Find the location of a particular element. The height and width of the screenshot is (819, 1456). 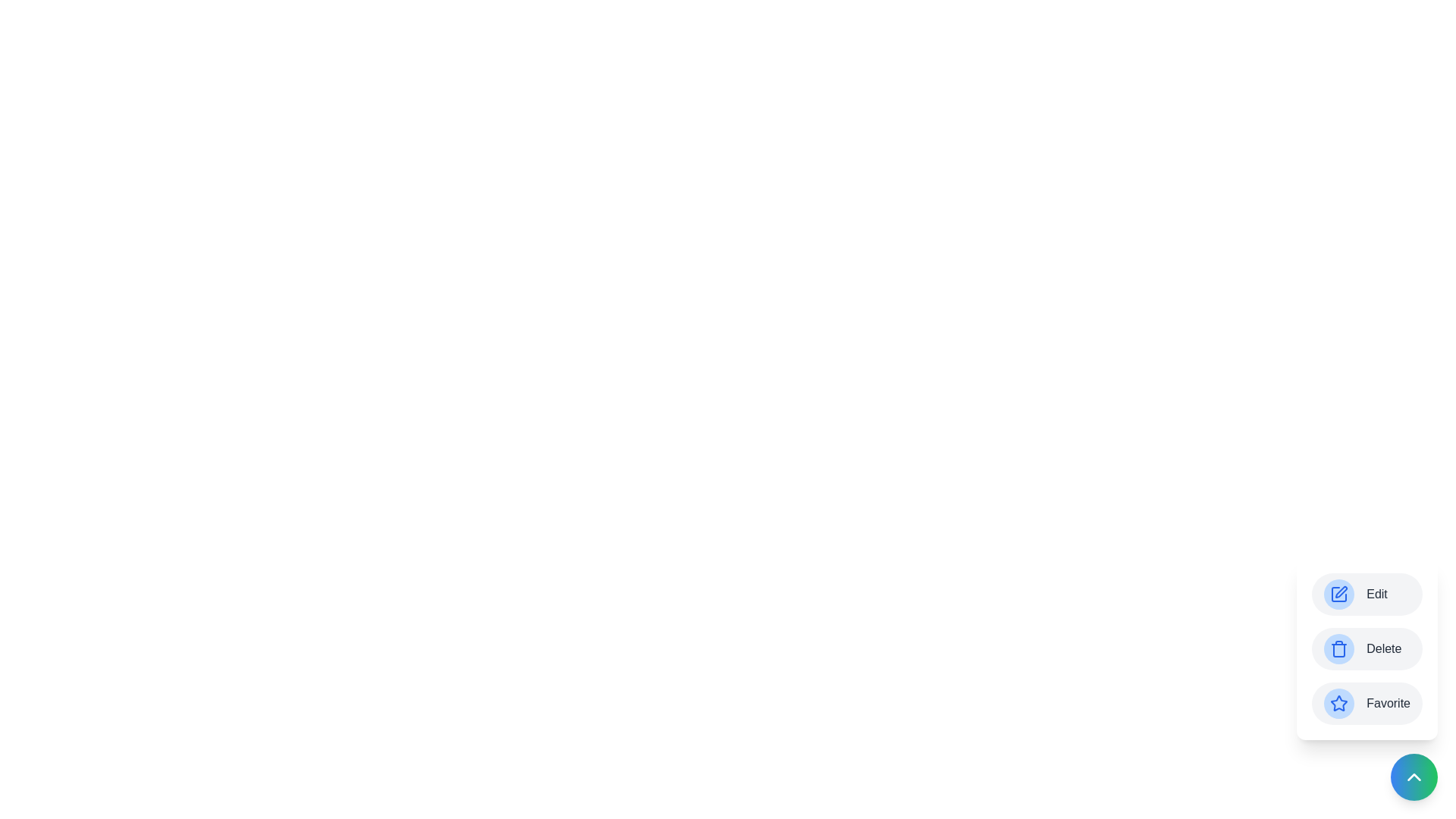

main toggle button to collapse the menu is located at coordinates (1414, 777).